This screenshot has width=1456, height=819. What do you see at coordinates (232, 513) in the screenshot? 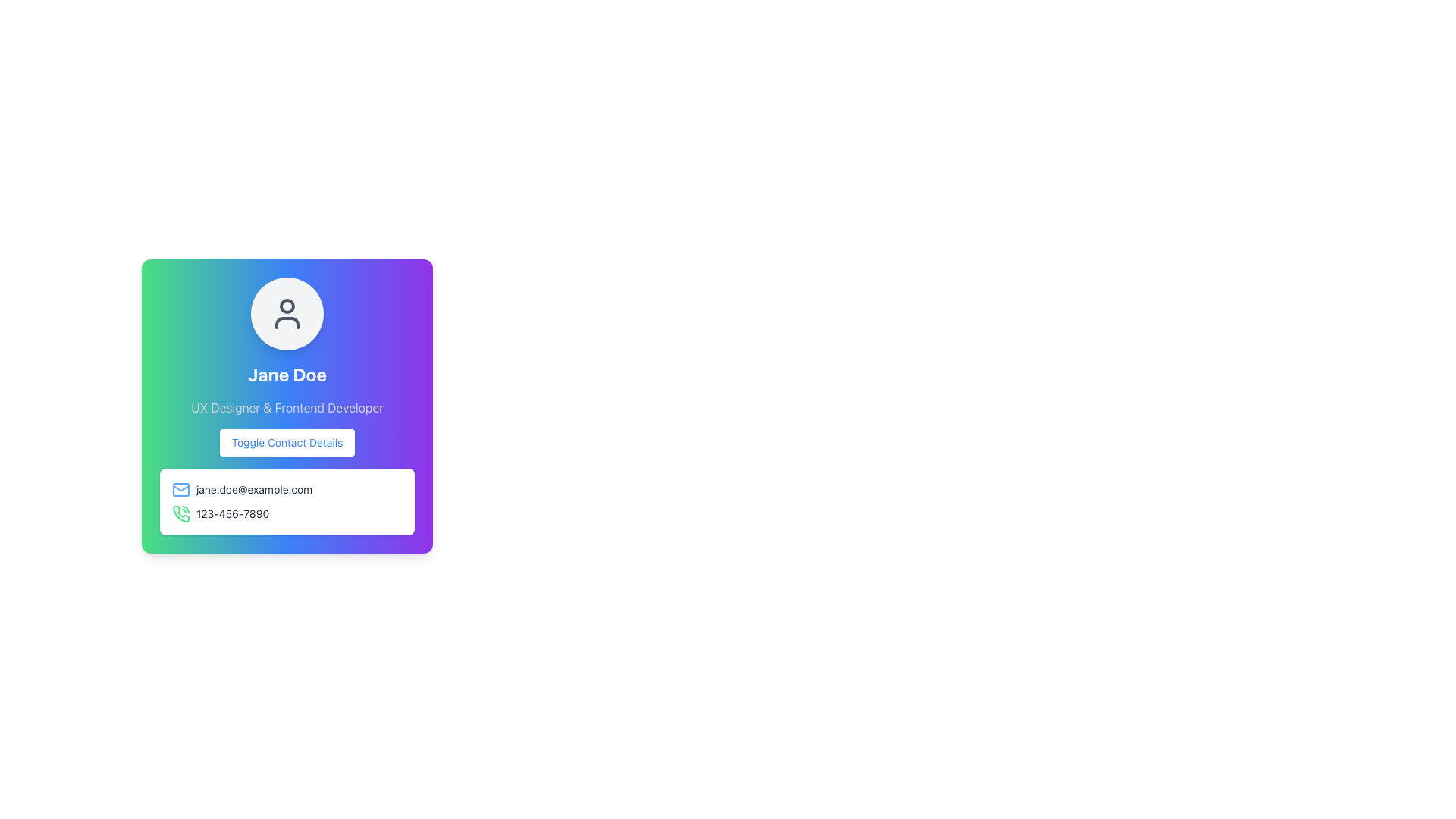
I see `phone number displayed in the Static Text located at the bottom of the card interface, positioned to the right of the green phone icon` at bounding box center [232, 513].